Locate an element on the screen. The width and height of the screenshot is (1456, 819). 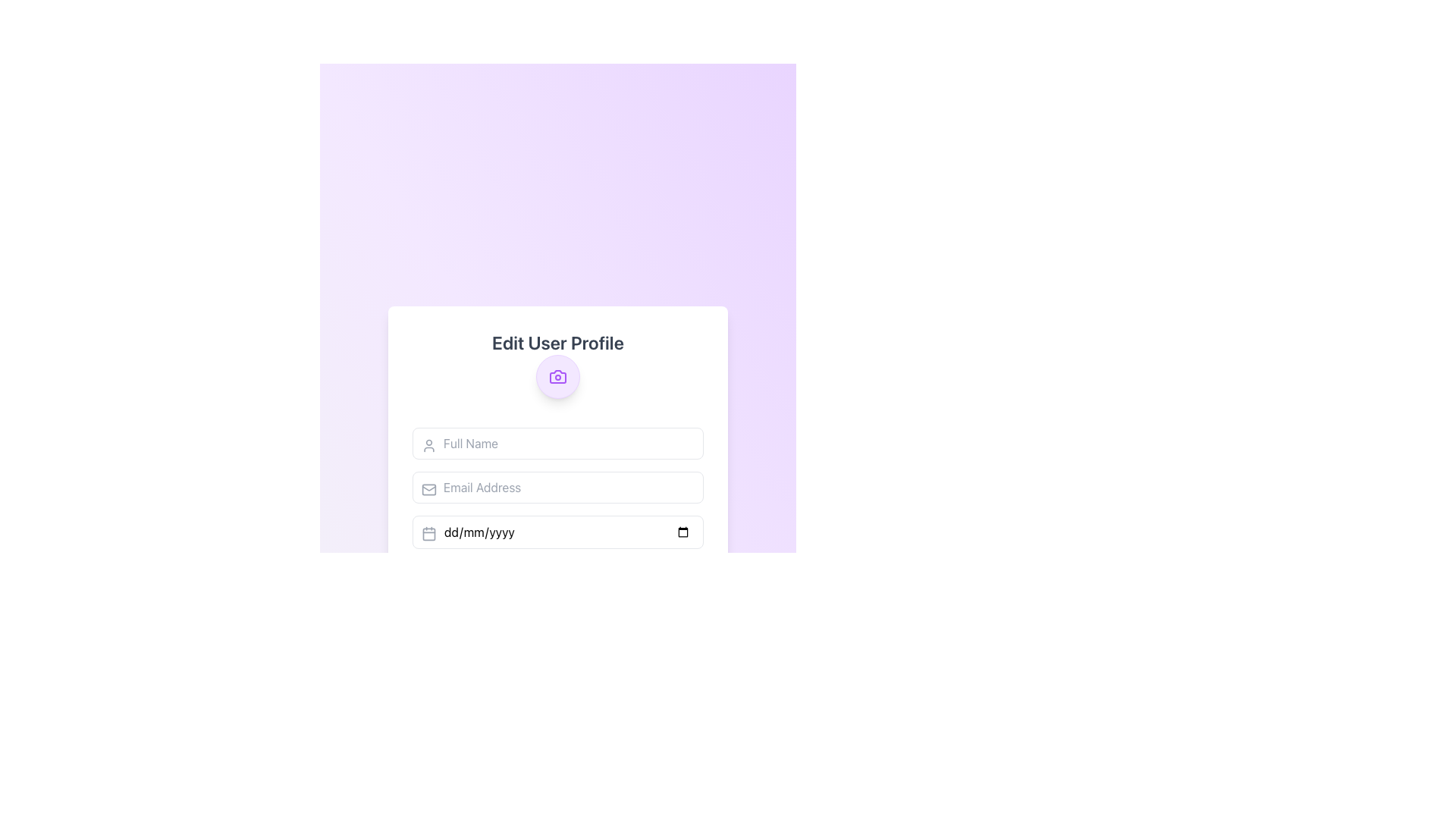
the user silhouette icon located within the 'Full Name' input field, which is represented by a circle and a rectangle in light gray color is located at coordinates (428, 444).